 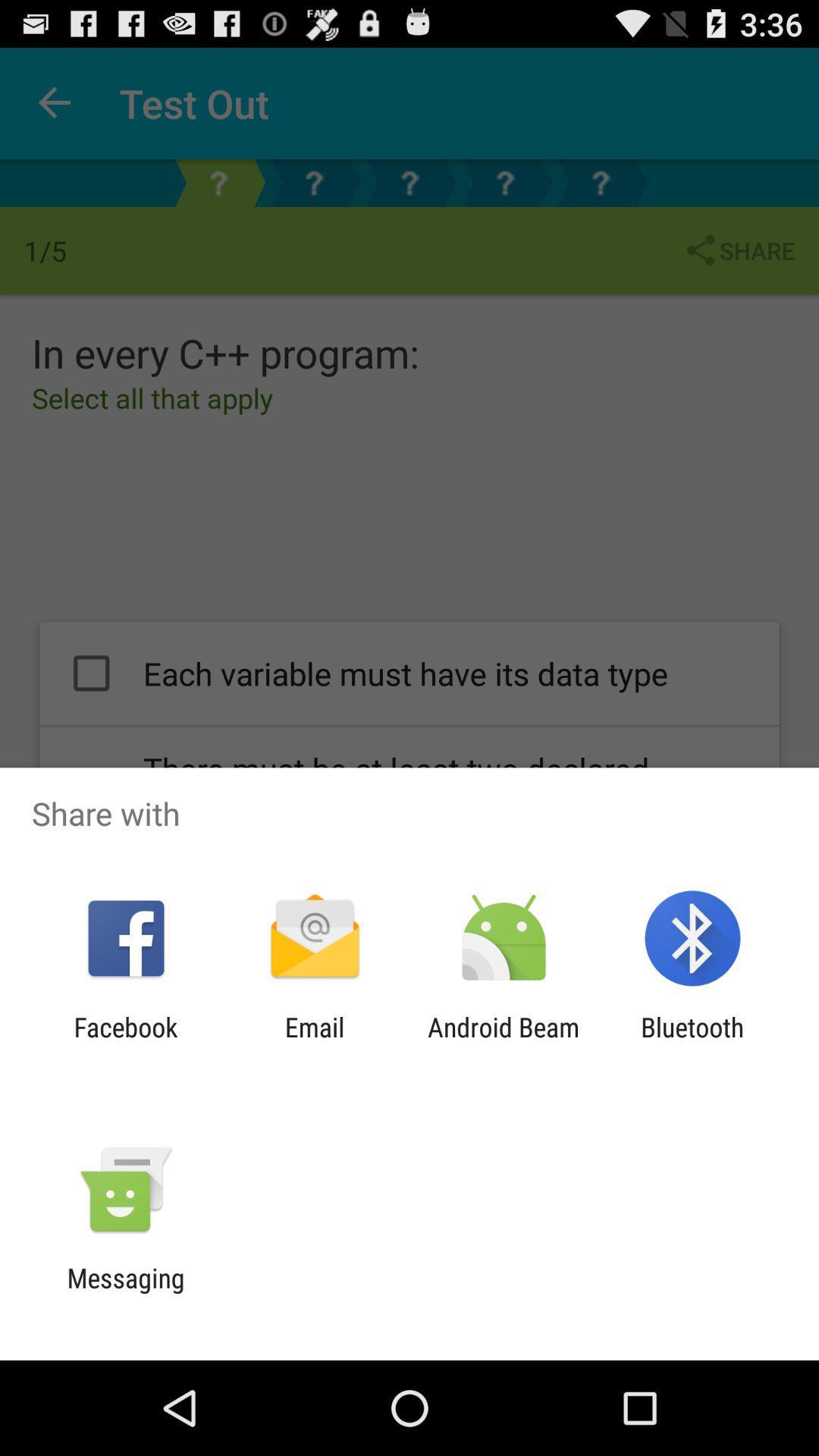 What do you see at coordinates (125, 1042) in the screenshot?
I see `facebook item` at bounding box center [125, 1042].